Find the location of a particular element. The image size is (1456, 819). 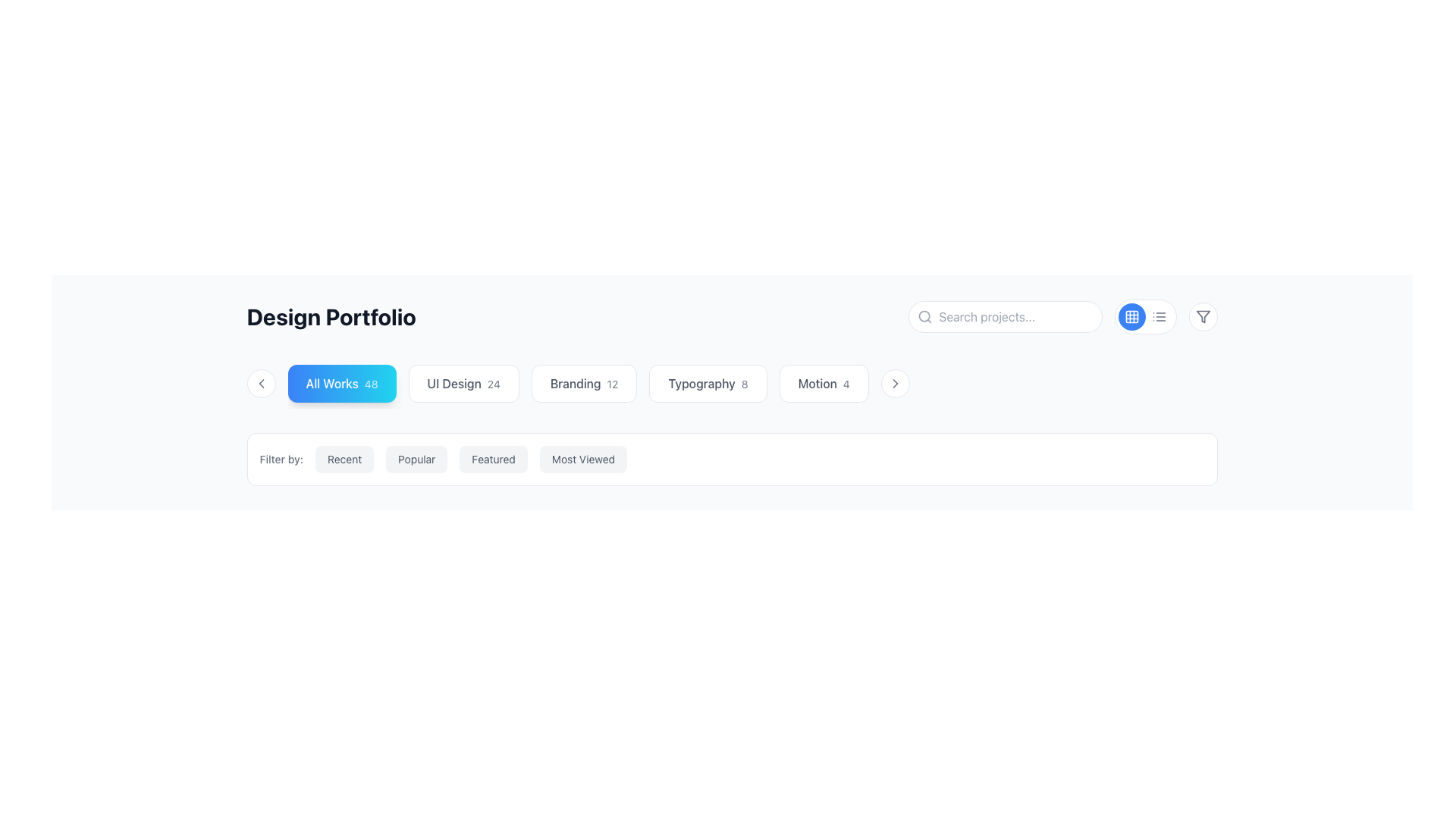

the filter button located at the top-right of the page, which is the rightmost button in a row of interactive buttons, to change the icon color and indicate interactivity is located at coordinates (1202, 315).